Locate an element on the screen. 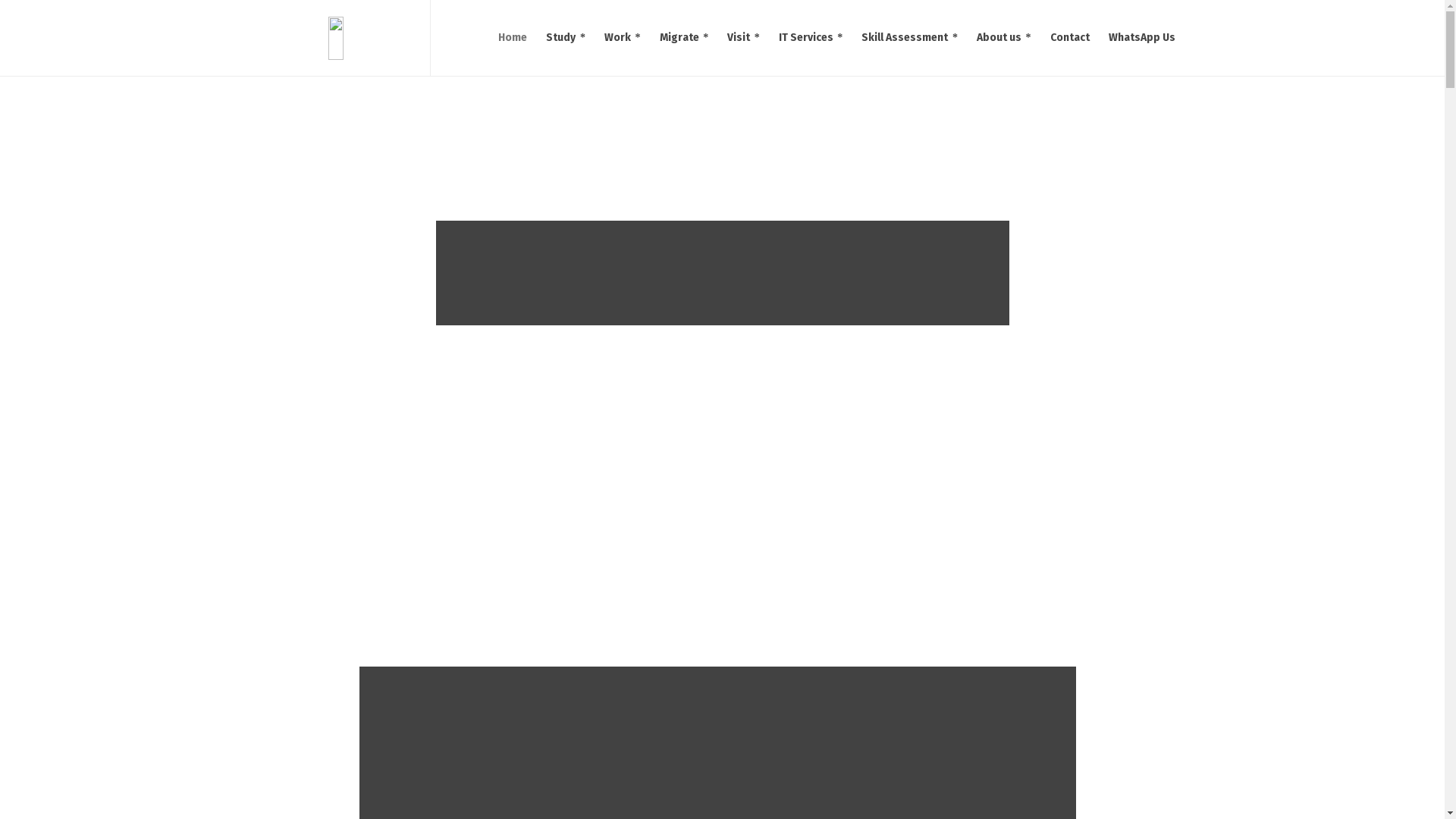 The image size is (1456, 819). 'Migrate' is located at coordinates (683, 37).